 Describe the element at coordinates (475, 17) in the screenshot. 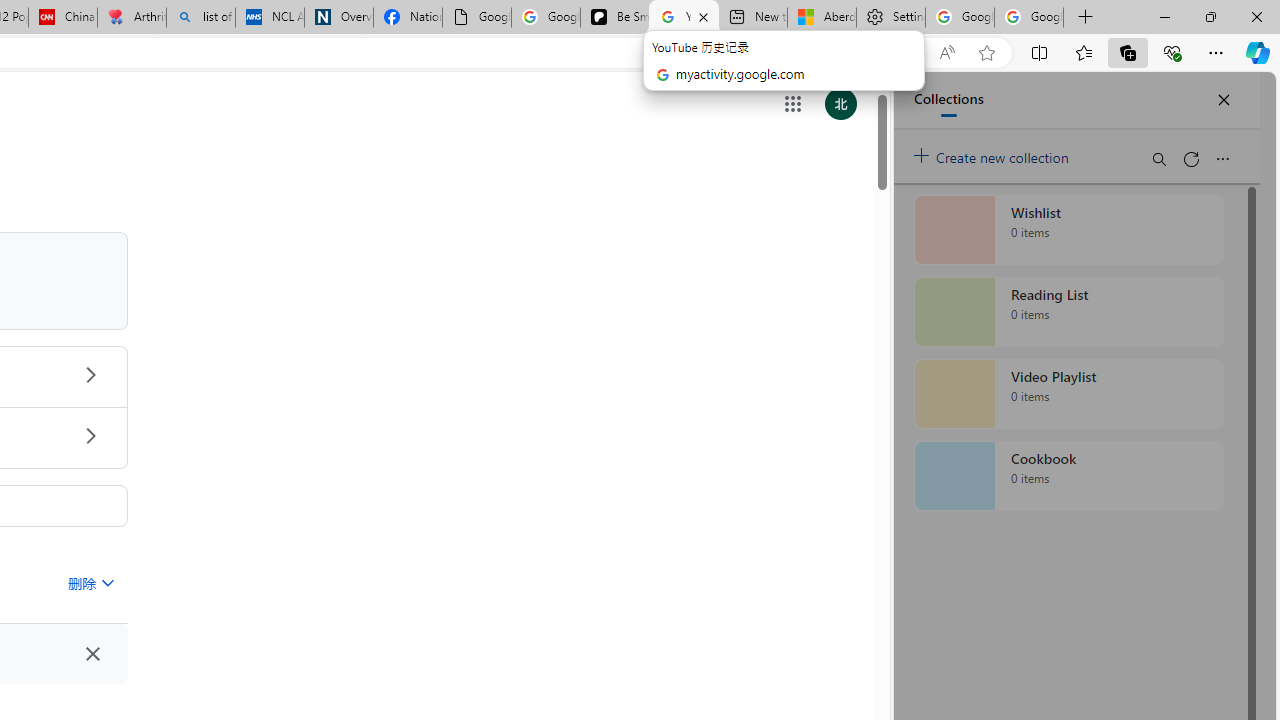

I see `'Google Analytics Opt-out Browser Add-on Download Page'` at that location.